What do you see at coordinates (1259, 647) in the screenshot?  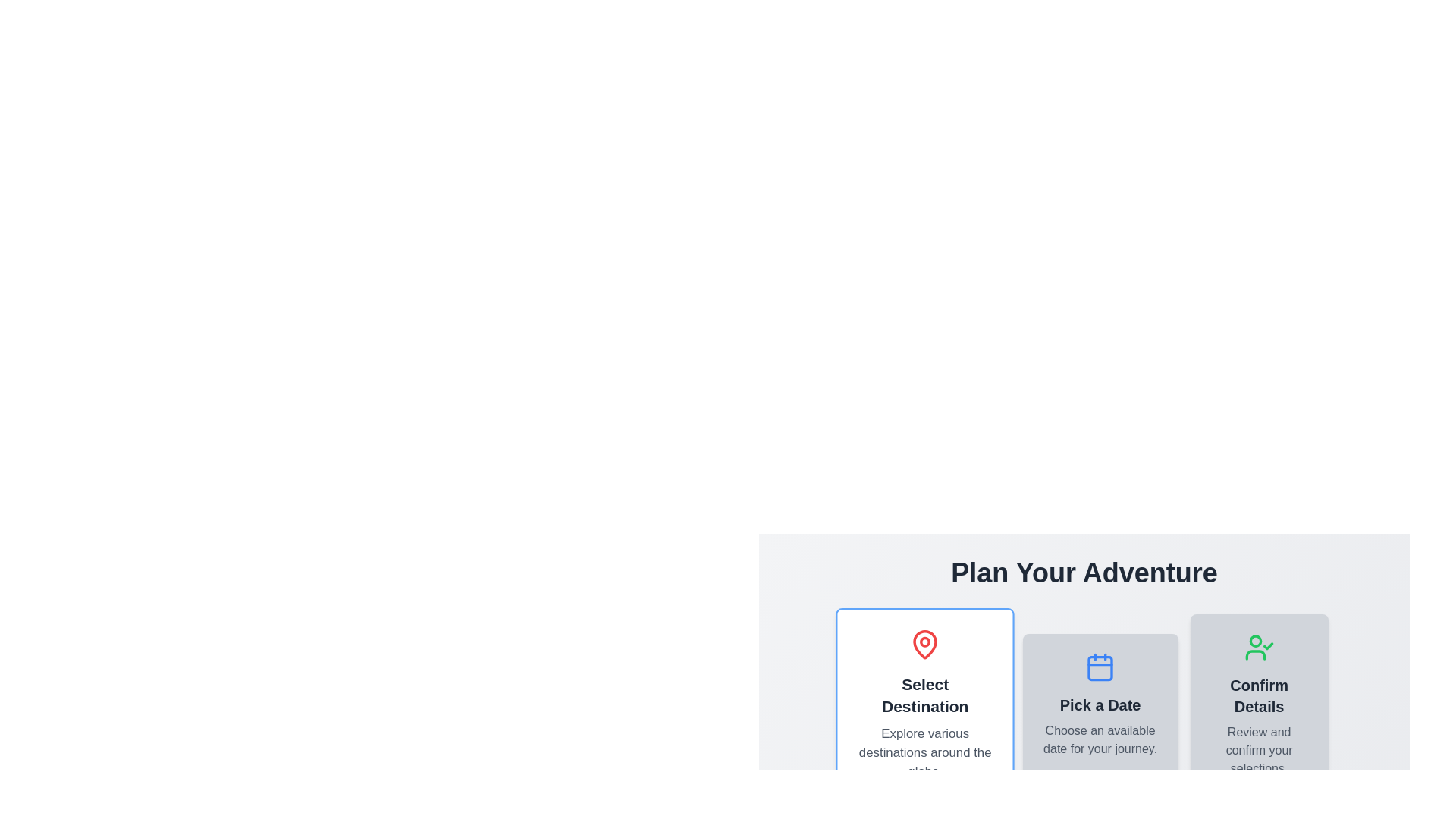 I see `the user icon with a green outline and a checkmark in the 'Confirm Details' section, located above the text 'Confirm Details'` at bounding box center [1259, 647].